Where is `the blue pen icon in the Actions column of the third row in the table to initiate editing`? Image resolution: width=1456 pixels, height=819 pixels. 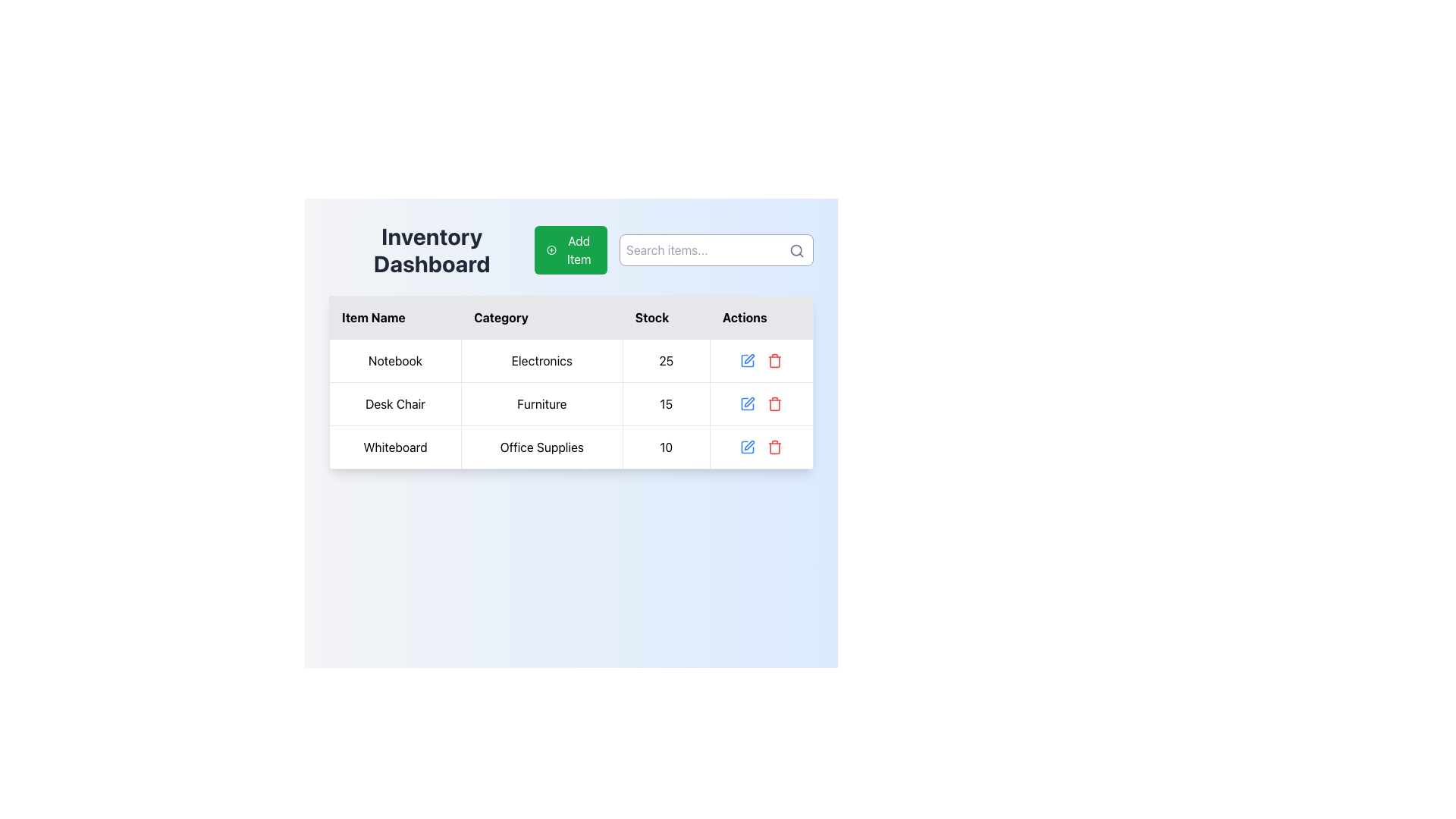
the blue pen icon in the Actions column of the third row in the table to initiate editing is located at coordinates (748, 447).